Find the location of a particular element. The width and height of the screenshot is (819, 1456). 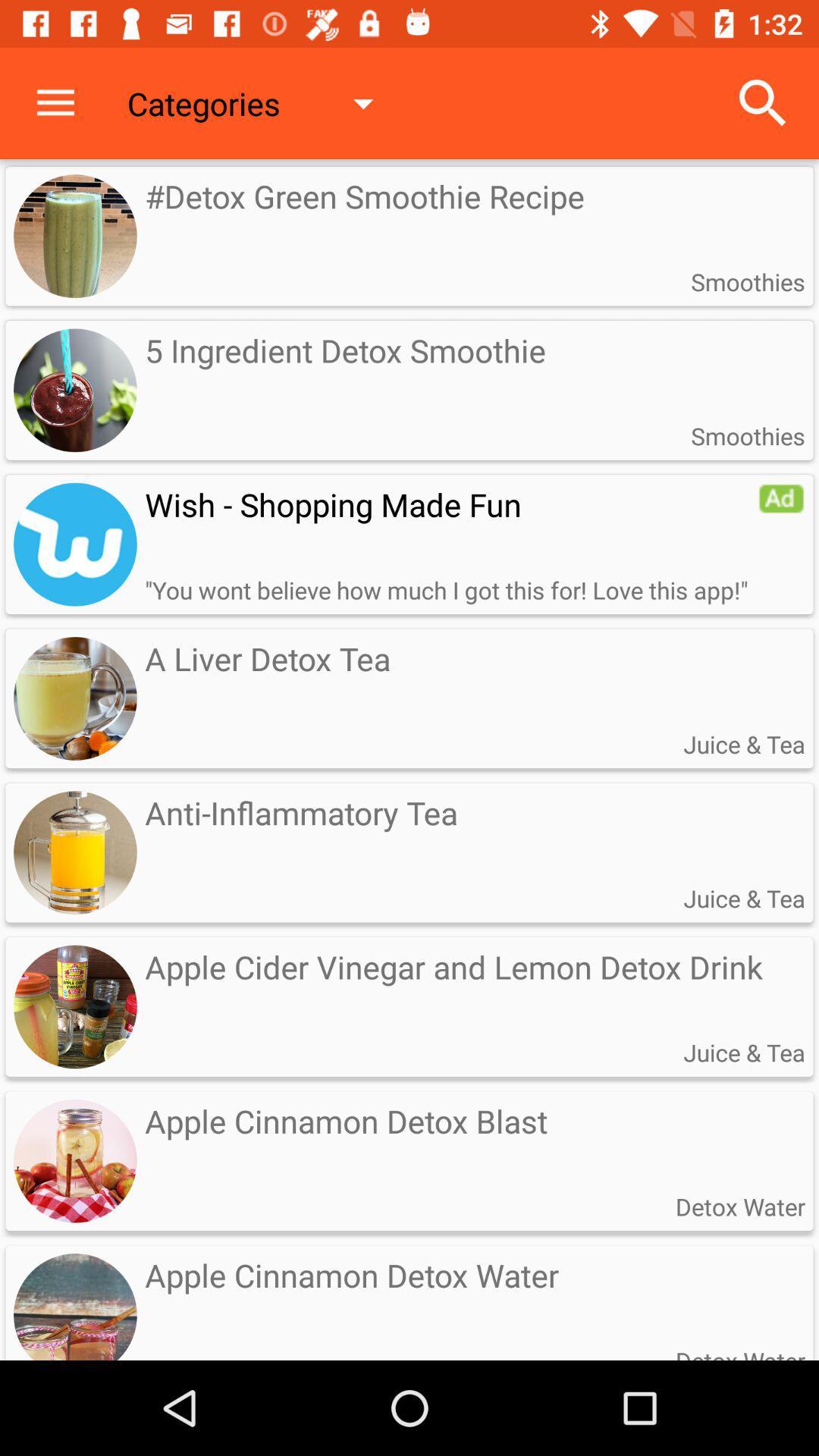

the item to the left of the categories icon is located at coordinates (55, 102).